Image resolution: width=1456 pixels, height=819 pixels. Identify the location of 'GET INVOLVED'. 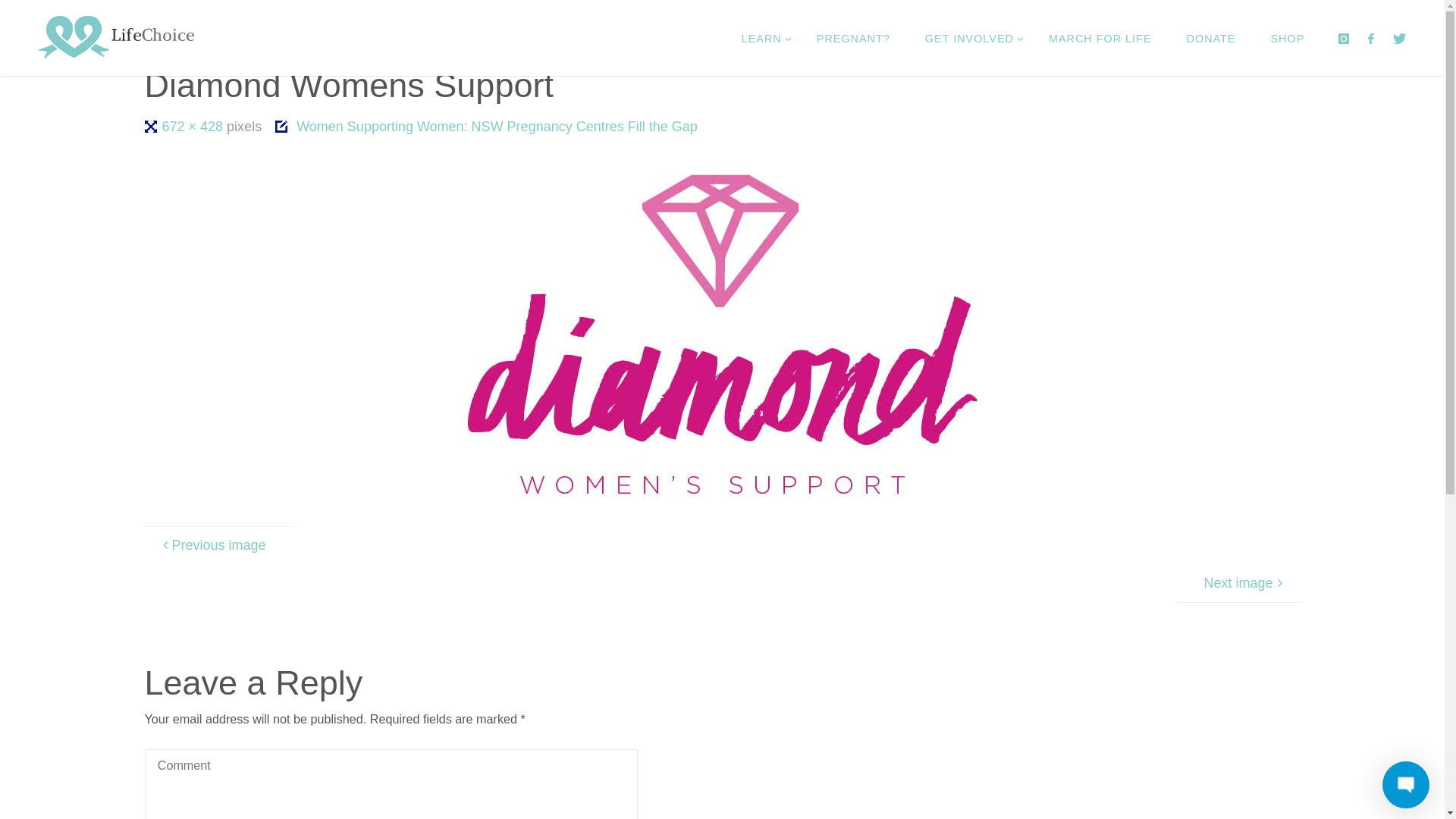
(968, 37).